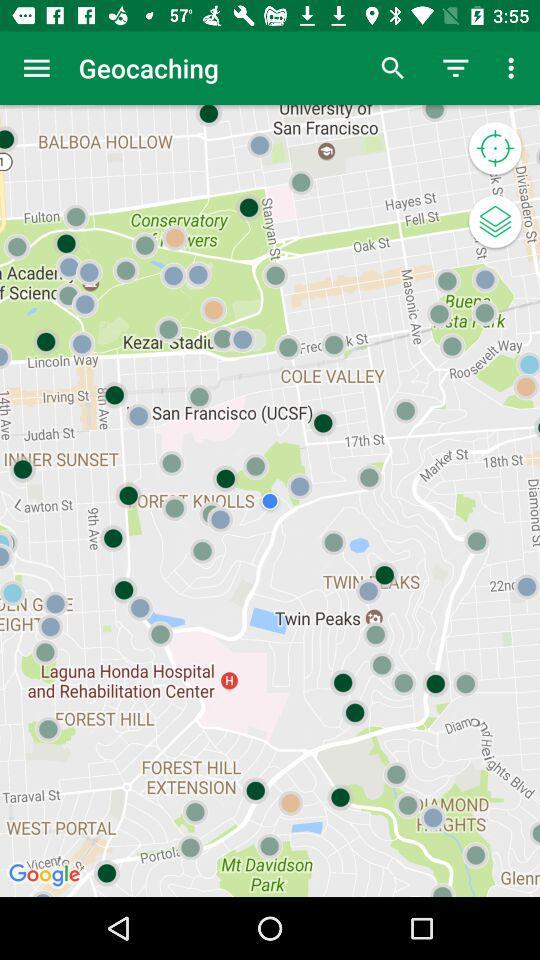  What do you see at coordinates (36, 68) in the screenshot?
I see `the item next to geocaching icon` at bounding box center [36, 68].